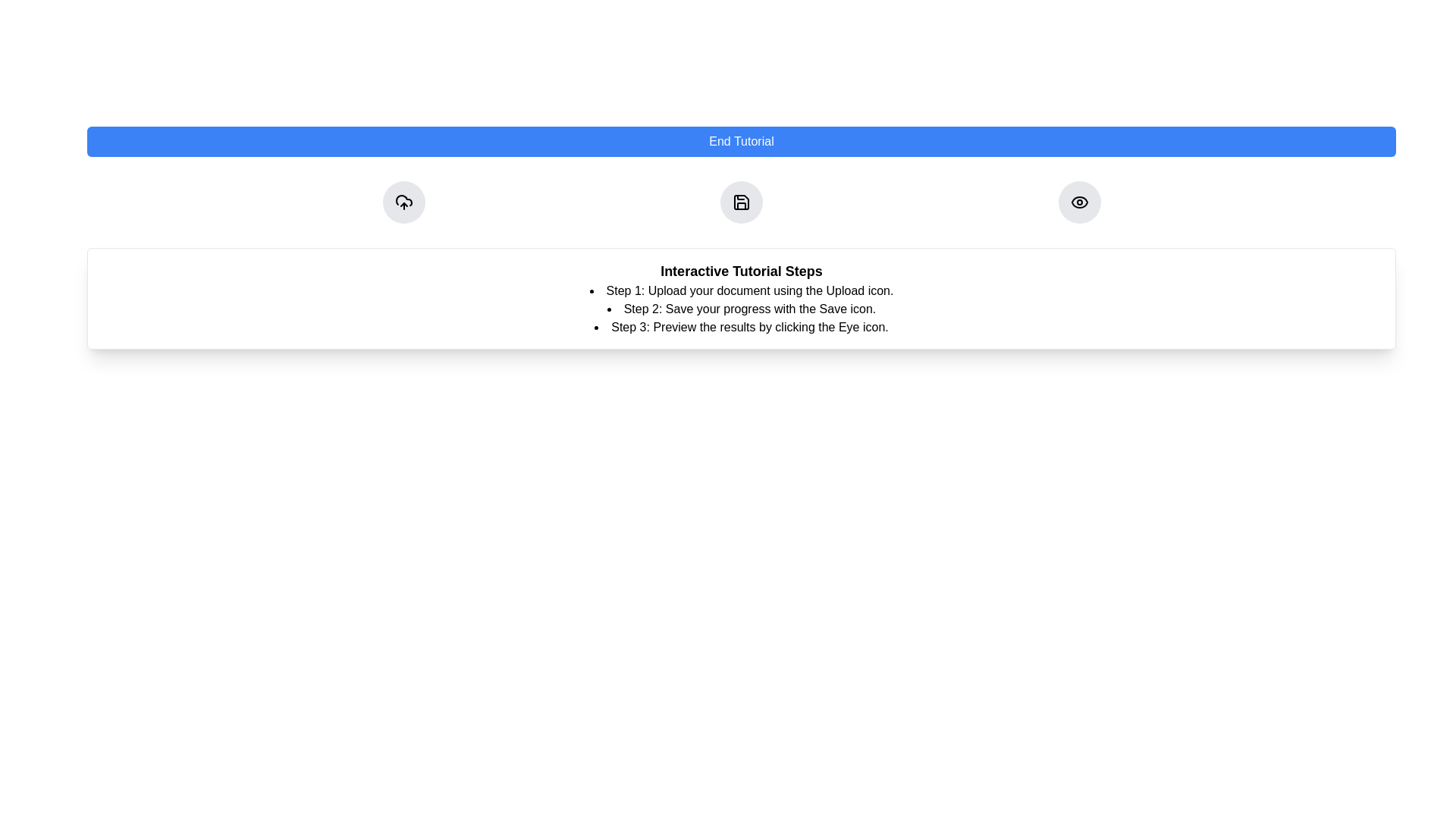 This screenshot has width=1456, height=819. I want to click on instruction text element that provides guidance on saving progress in the tutorial, located in the bulleted list under 'Interactive Tutorial Steps.', so click(742, 309).